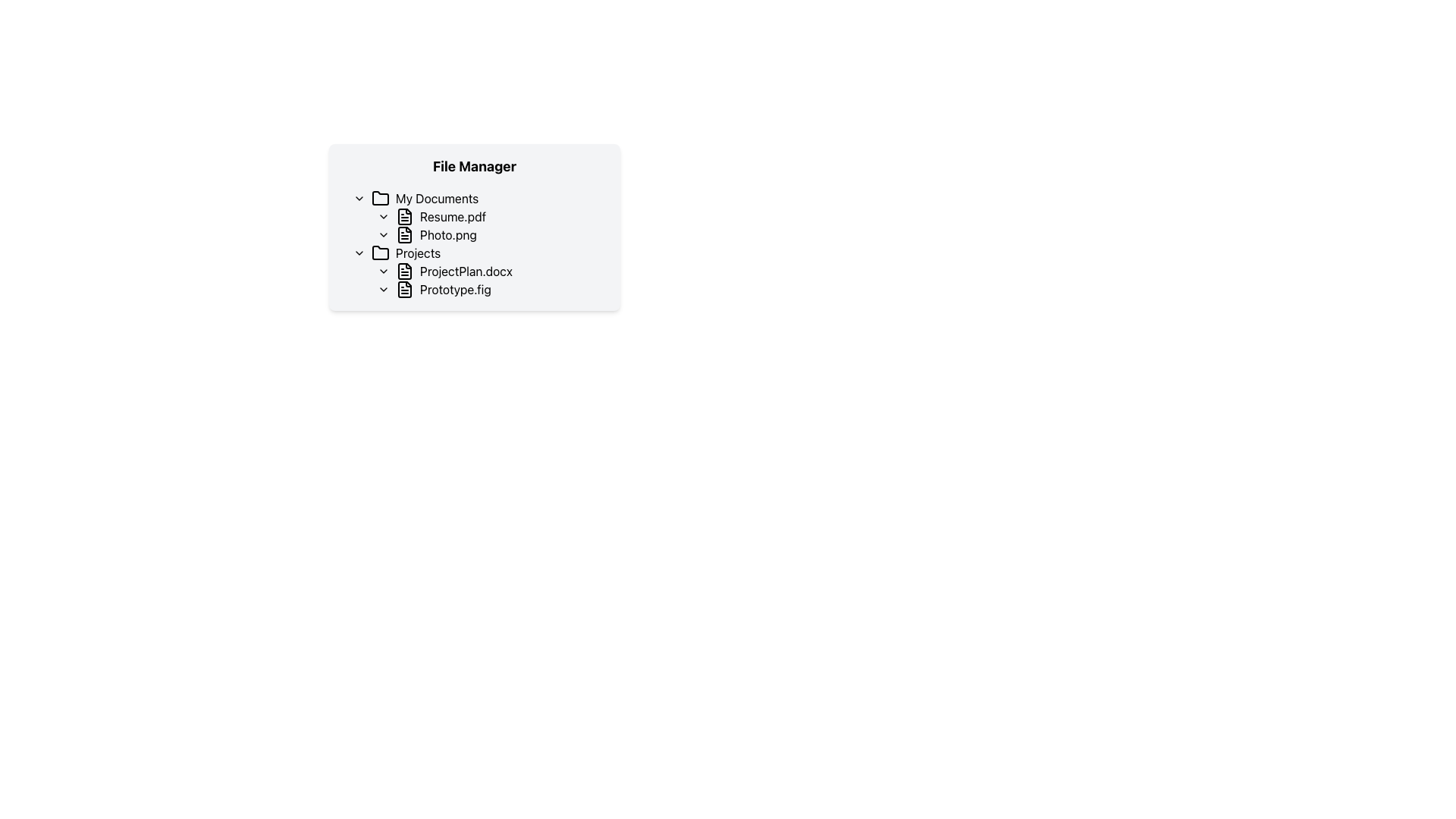 This screenshot has width=1456, height=819. I want to click on the expansion toggle button located to the left of the 'ProjectPlan.docx' text label in the 'Projects' section of the File Manager interface, so click(383, 271).